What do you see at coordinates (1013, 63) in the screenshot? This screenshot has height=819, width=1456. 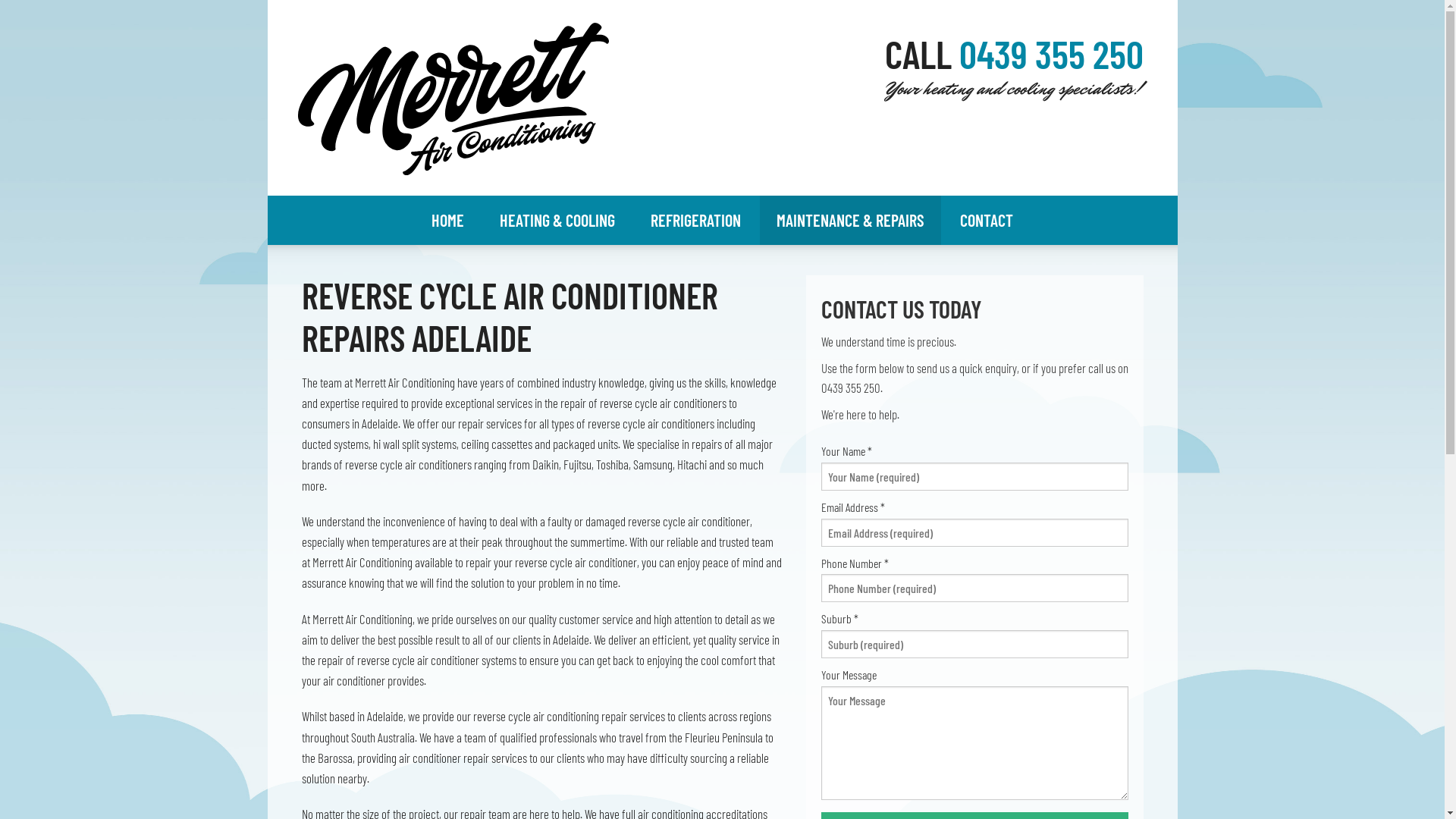 I see `'CALL 0439 355 250'` at bounding box center [1013, 63].